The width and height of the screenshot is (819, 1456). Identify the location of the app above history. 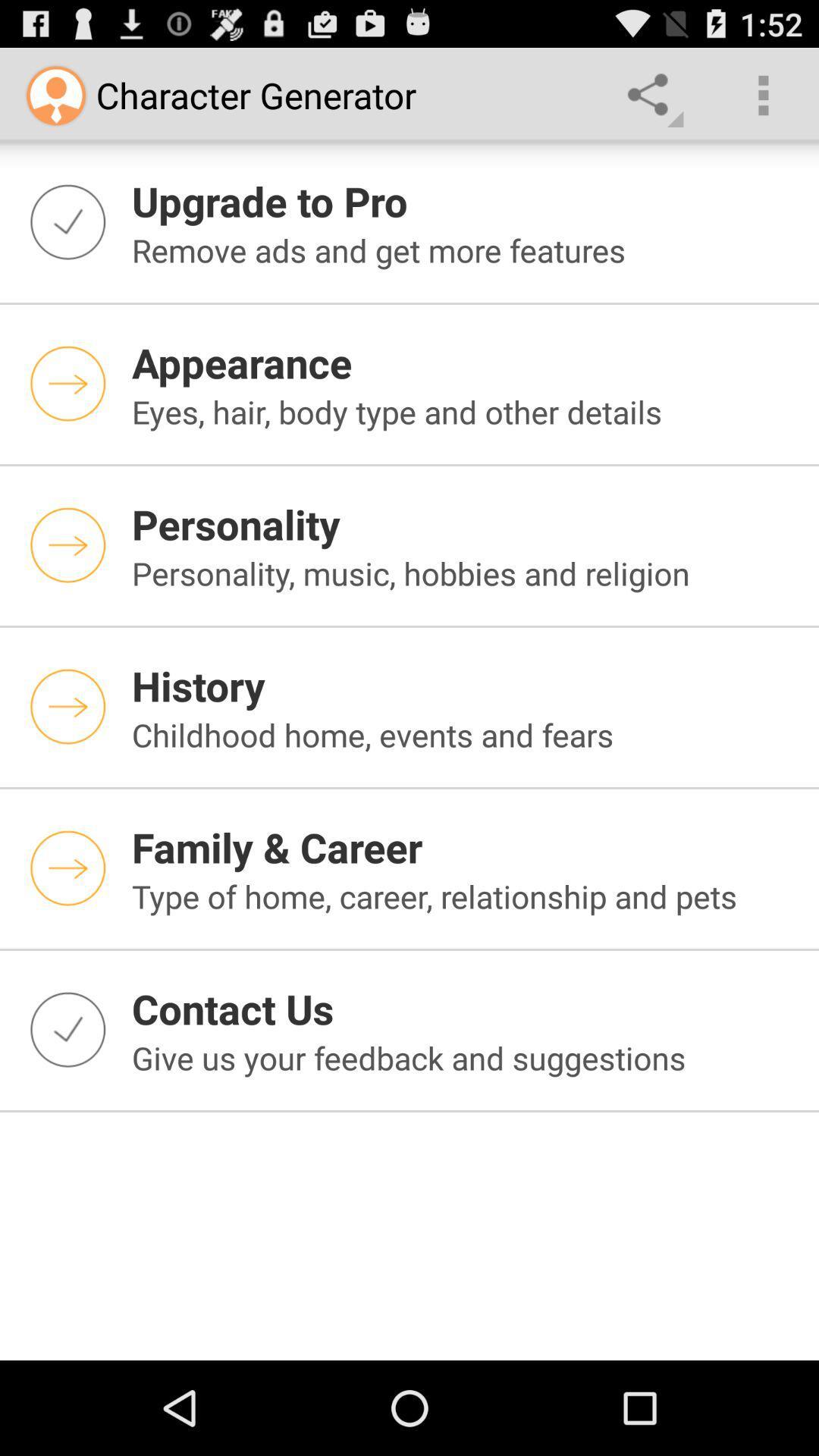
(465, 572).